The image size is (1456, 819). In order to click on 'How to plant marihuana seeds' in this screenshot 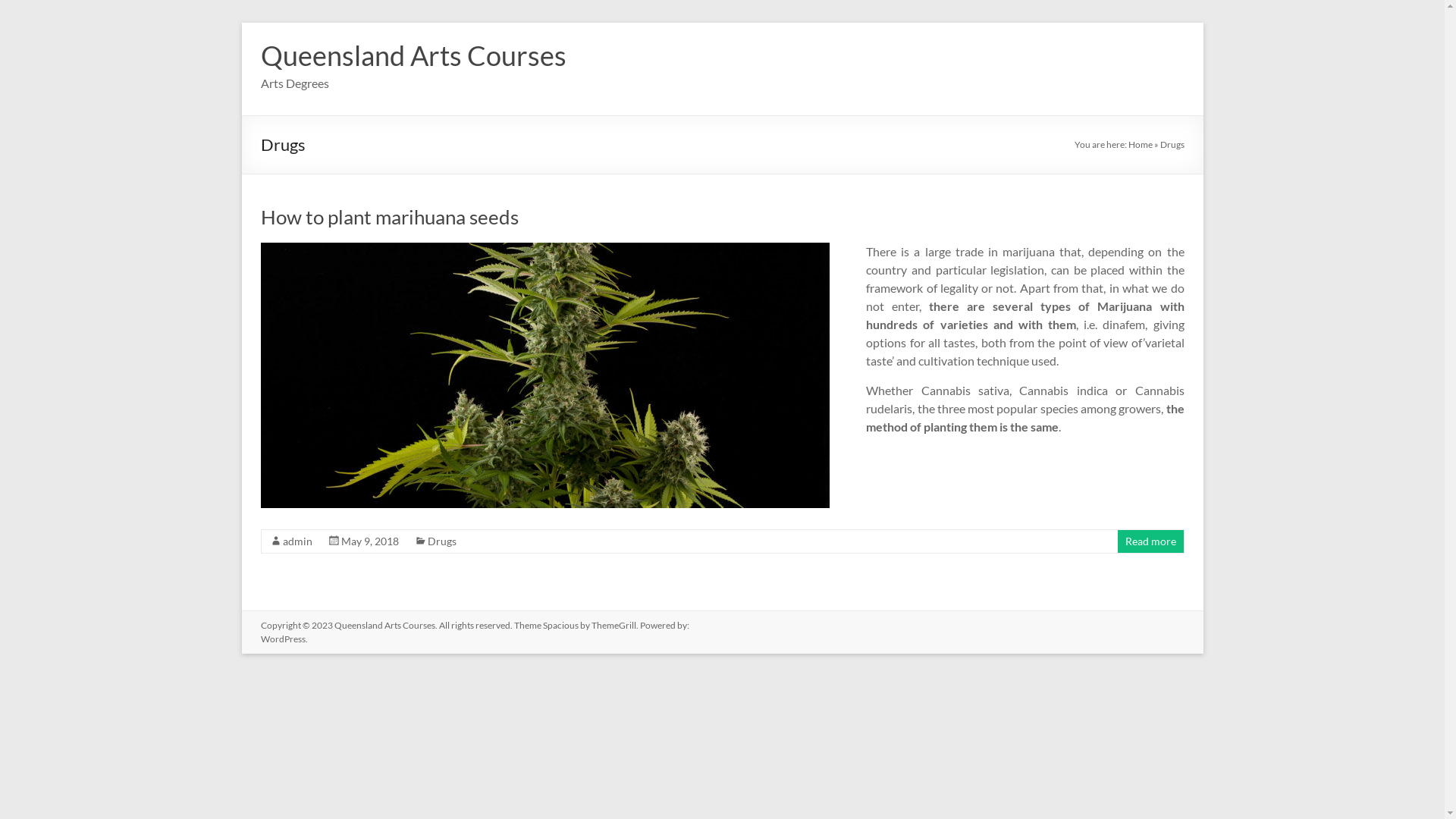, I will do `click(389, 216)`.